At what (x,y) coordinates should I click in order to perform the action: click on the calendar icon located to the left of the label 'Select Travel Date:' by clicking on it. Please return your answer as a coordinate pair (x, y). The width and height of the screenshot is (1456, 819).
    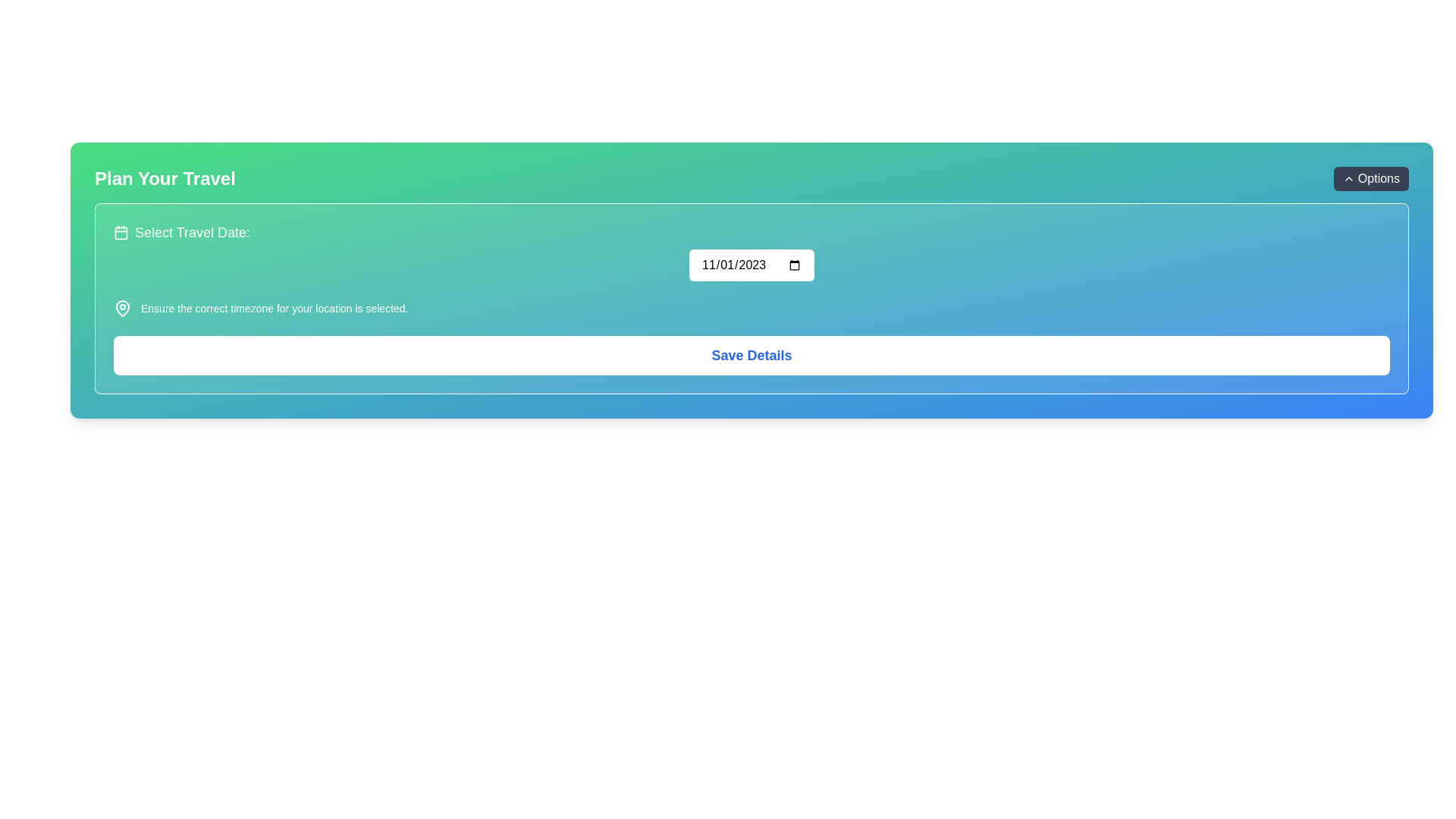
    Looking at the image, I should click on (120, 233).